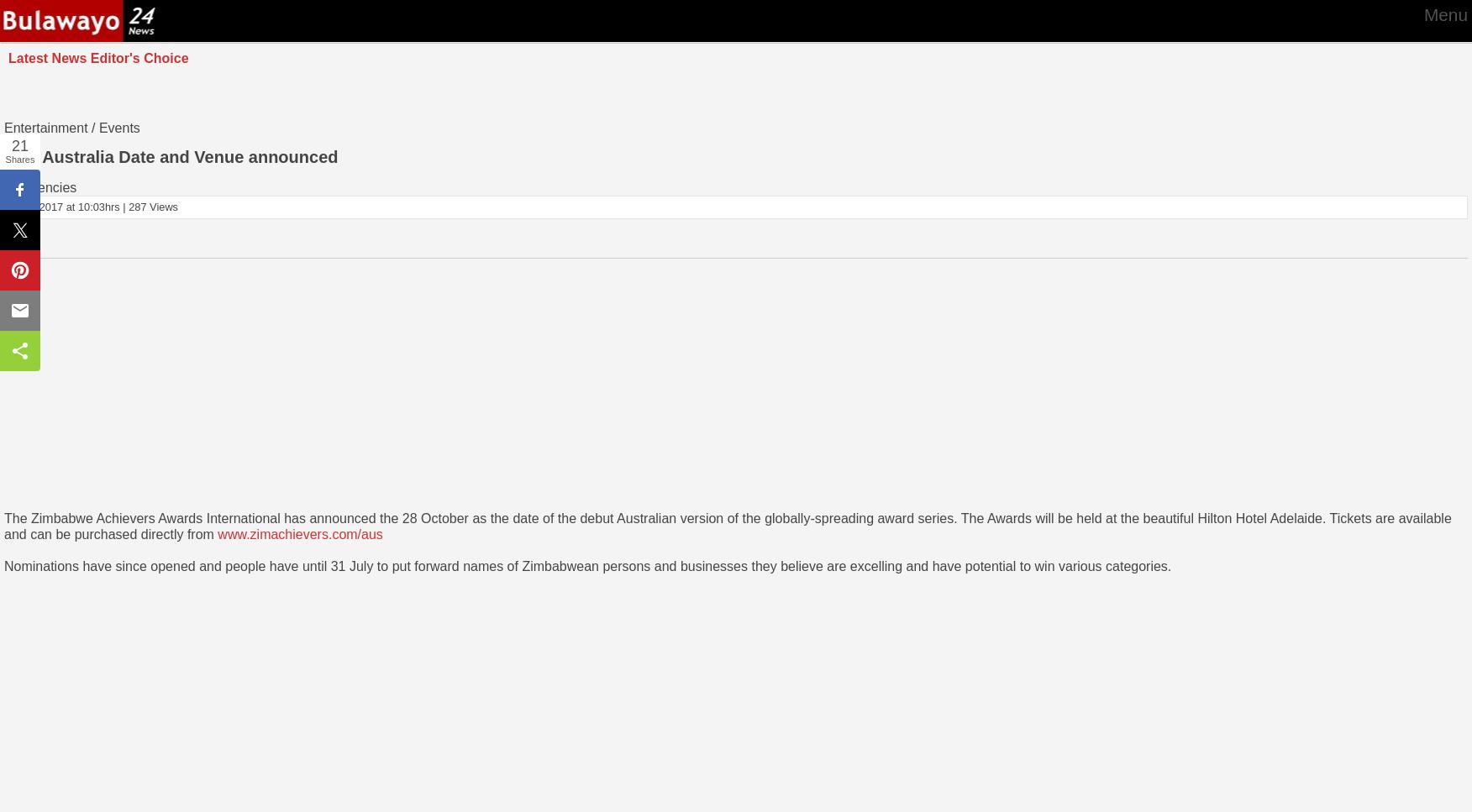  I want to click on 'Pin', so click(19, 270).